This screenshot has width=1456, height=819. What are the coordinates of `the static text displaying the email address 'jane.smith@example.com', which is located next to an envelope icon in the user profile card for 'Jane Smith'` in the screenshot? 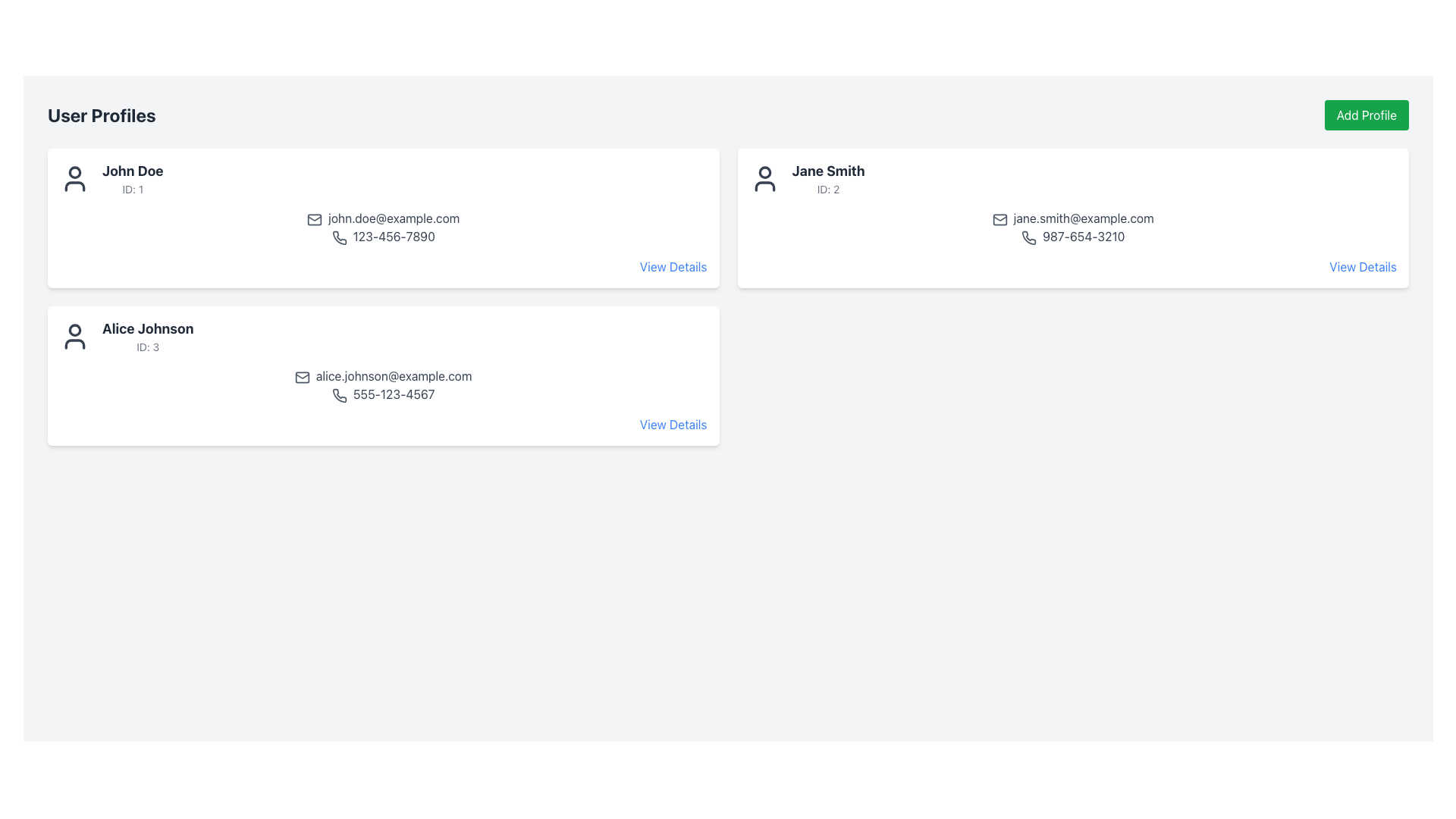 It's located at (1072, 218).